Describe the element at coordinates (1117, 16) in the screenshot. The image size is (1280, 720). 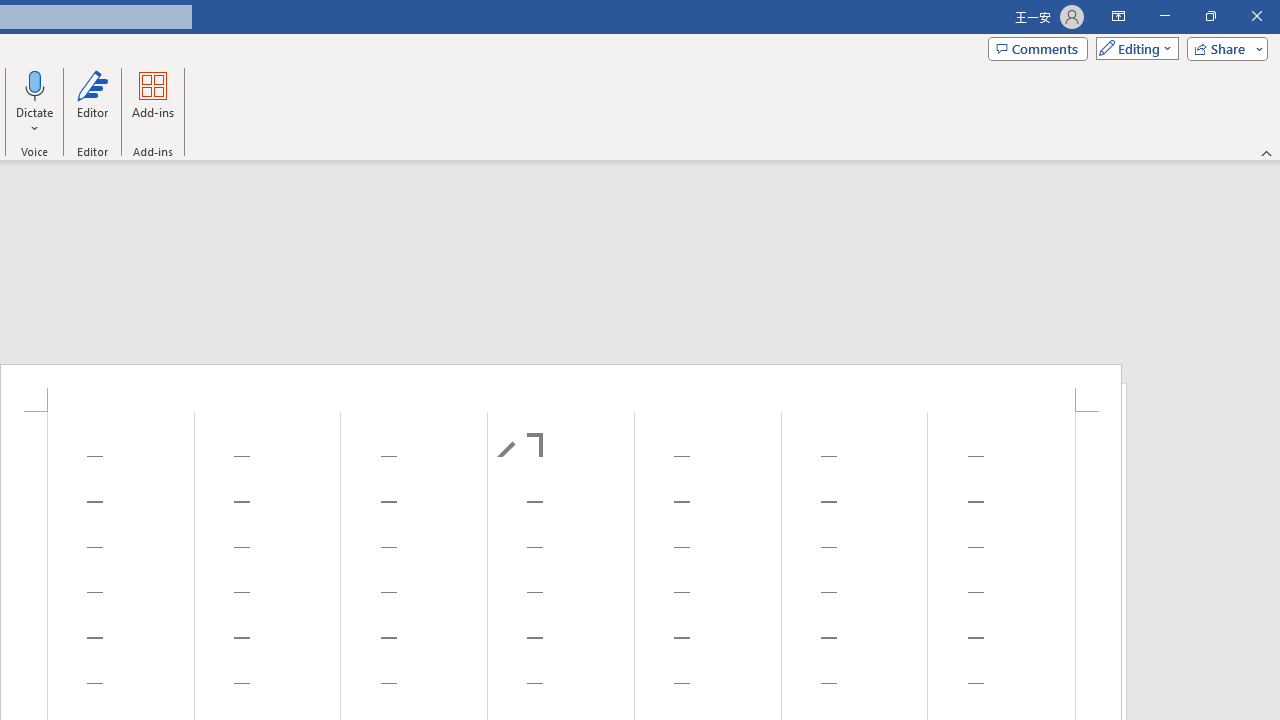
I see `'Ribbon Display Options'` at that location.